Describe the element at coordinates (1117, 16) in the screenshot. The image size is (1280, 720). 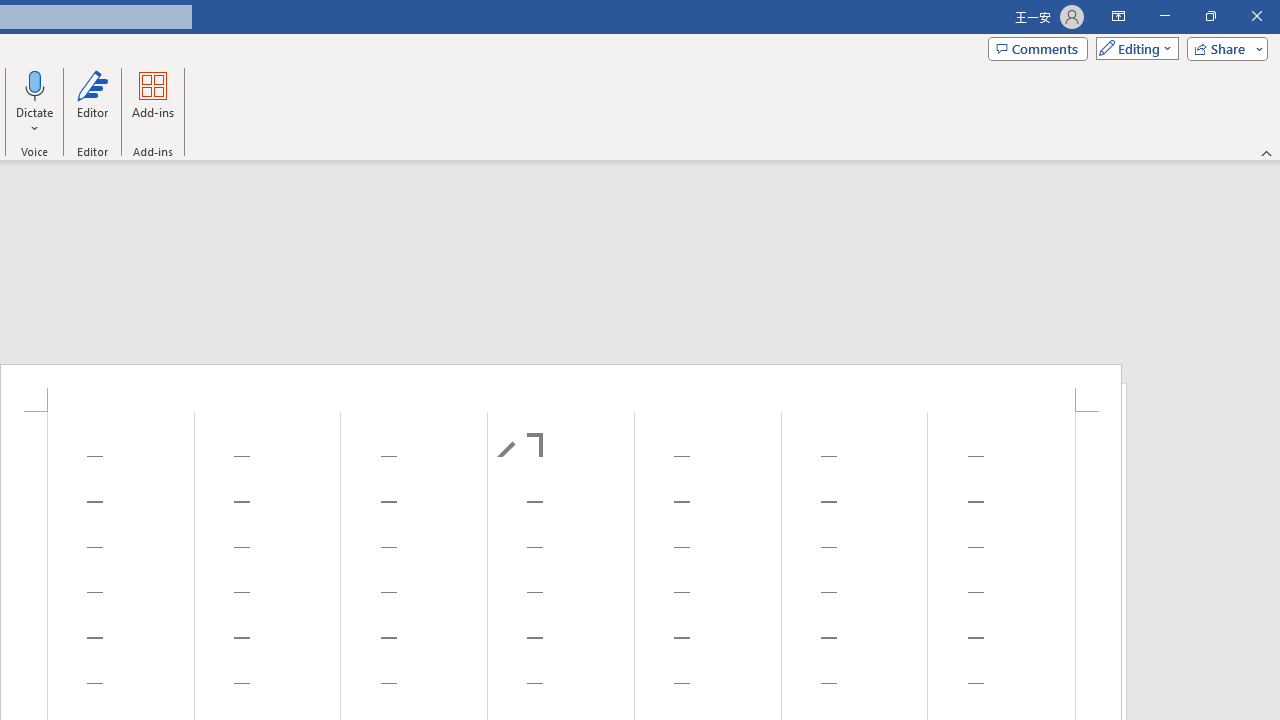
I see `'Ribbon Display Options'` at that location.